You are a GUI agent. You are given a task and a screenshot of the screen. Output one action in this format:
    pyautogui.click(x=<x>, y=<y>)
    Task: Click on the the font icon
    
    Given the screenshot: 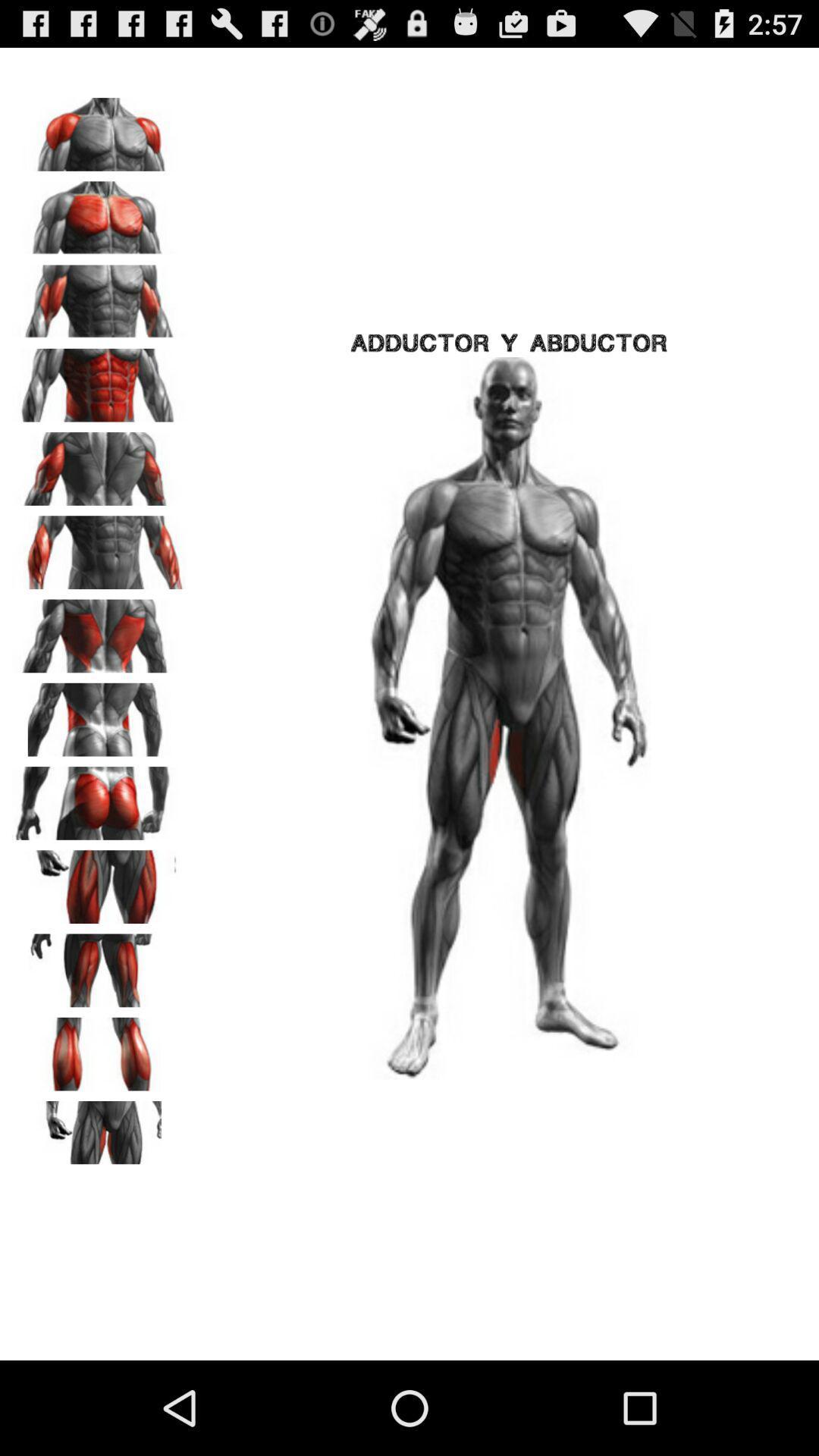 What is the action you would take?
    pyautogui.click(x=99, y=496)
    